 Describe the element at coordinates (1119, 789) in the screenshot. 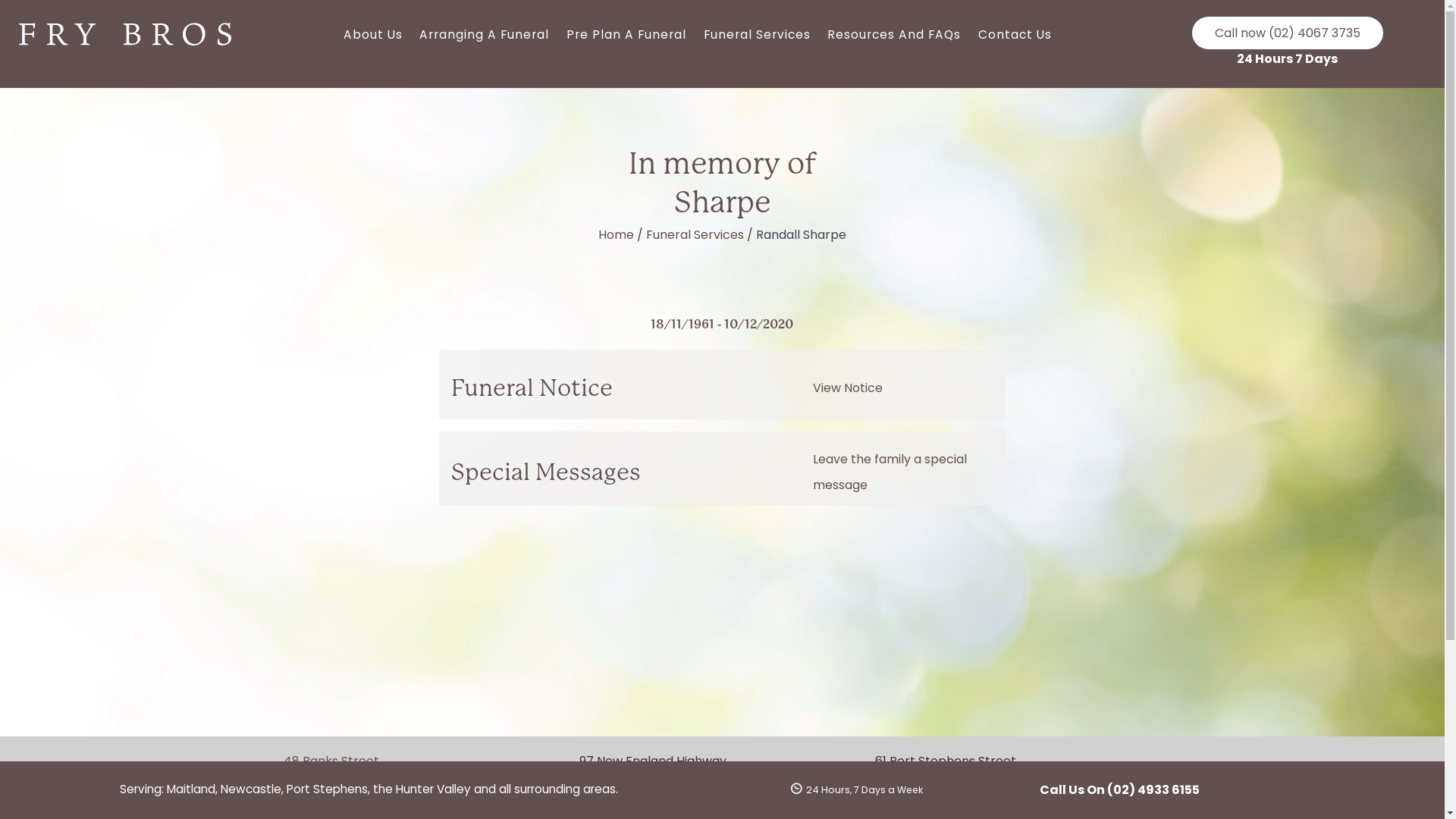

I see `'Call Us On (02) 4933 6155'` at that location.